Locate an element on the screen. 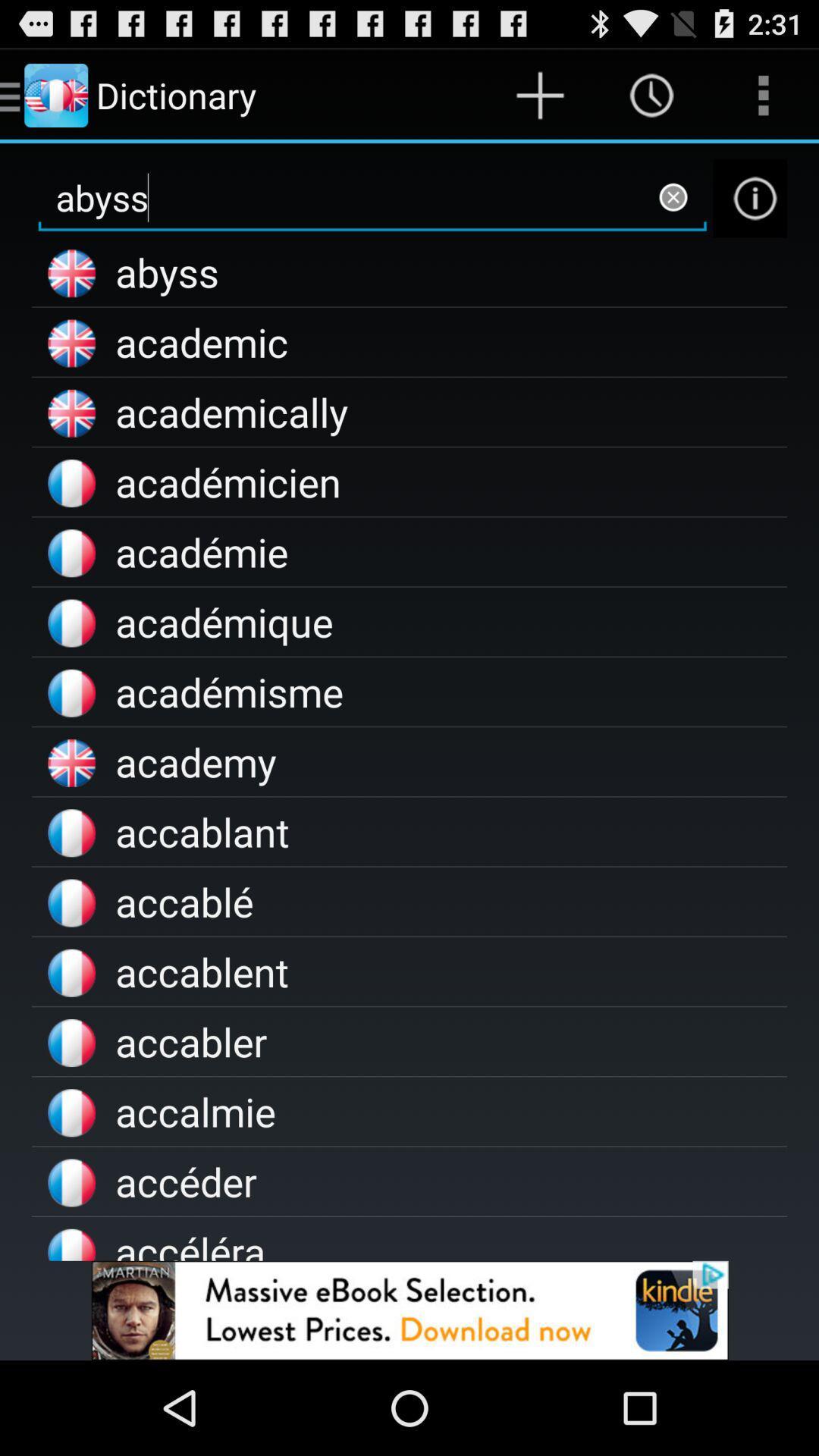 This screenshot has height=1456, width=819. advertisement is located at coordinates (409, 1310).